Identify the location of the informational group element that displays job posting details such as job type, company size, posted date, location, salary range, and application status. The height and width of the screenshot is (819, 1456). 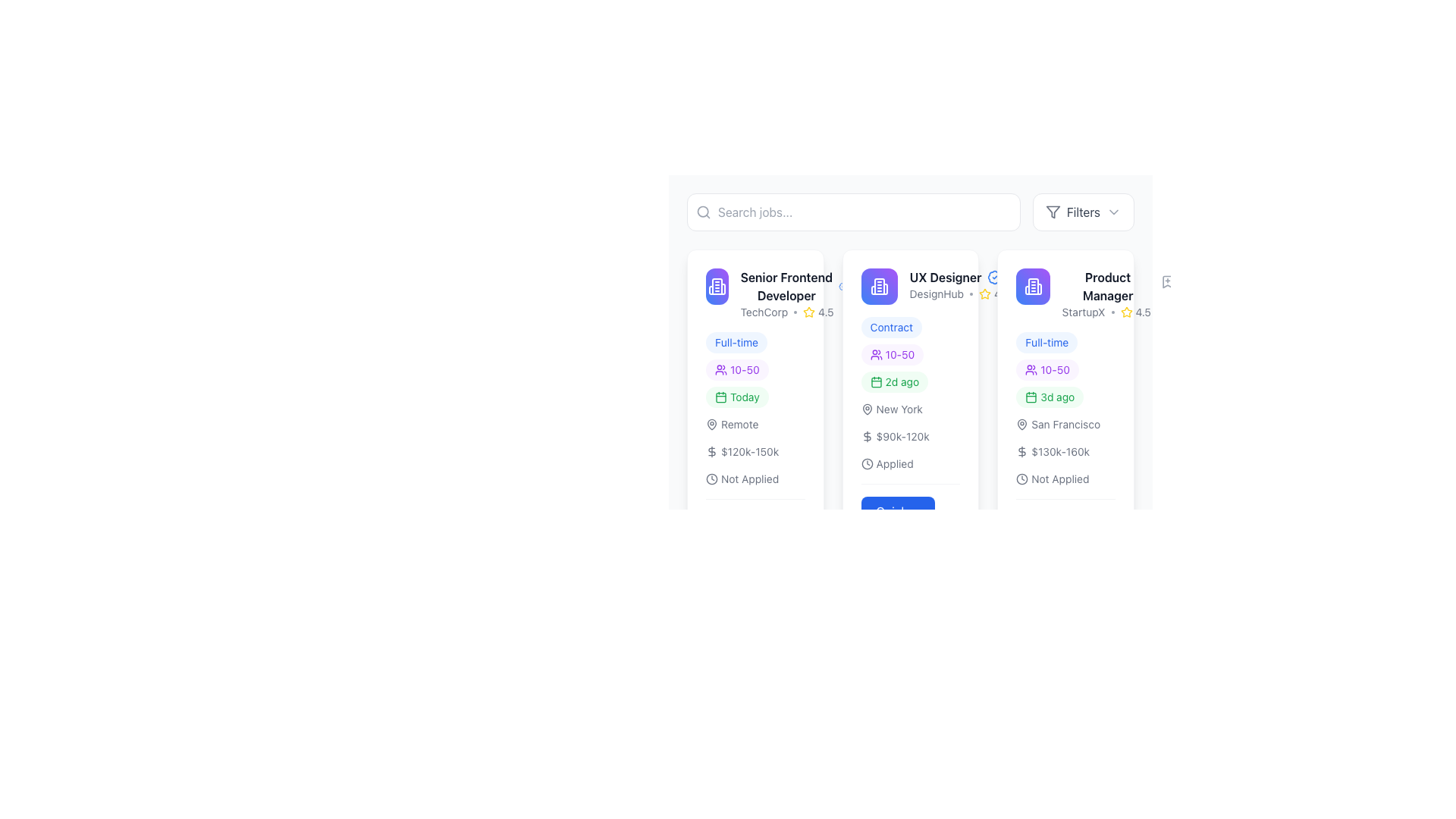
(755, 409).